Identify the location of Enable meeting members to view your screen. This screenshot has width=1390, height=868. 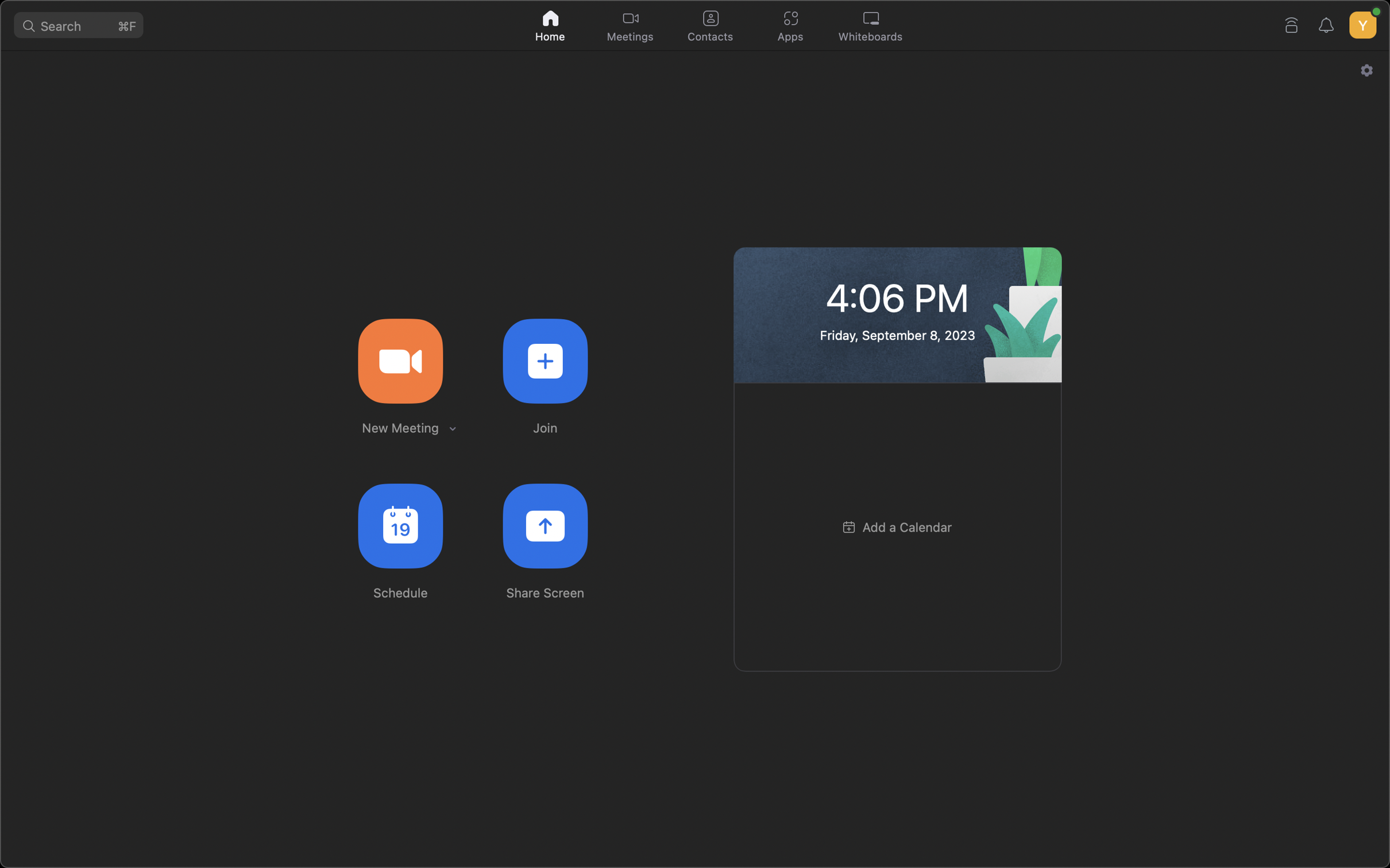
(546, 526).